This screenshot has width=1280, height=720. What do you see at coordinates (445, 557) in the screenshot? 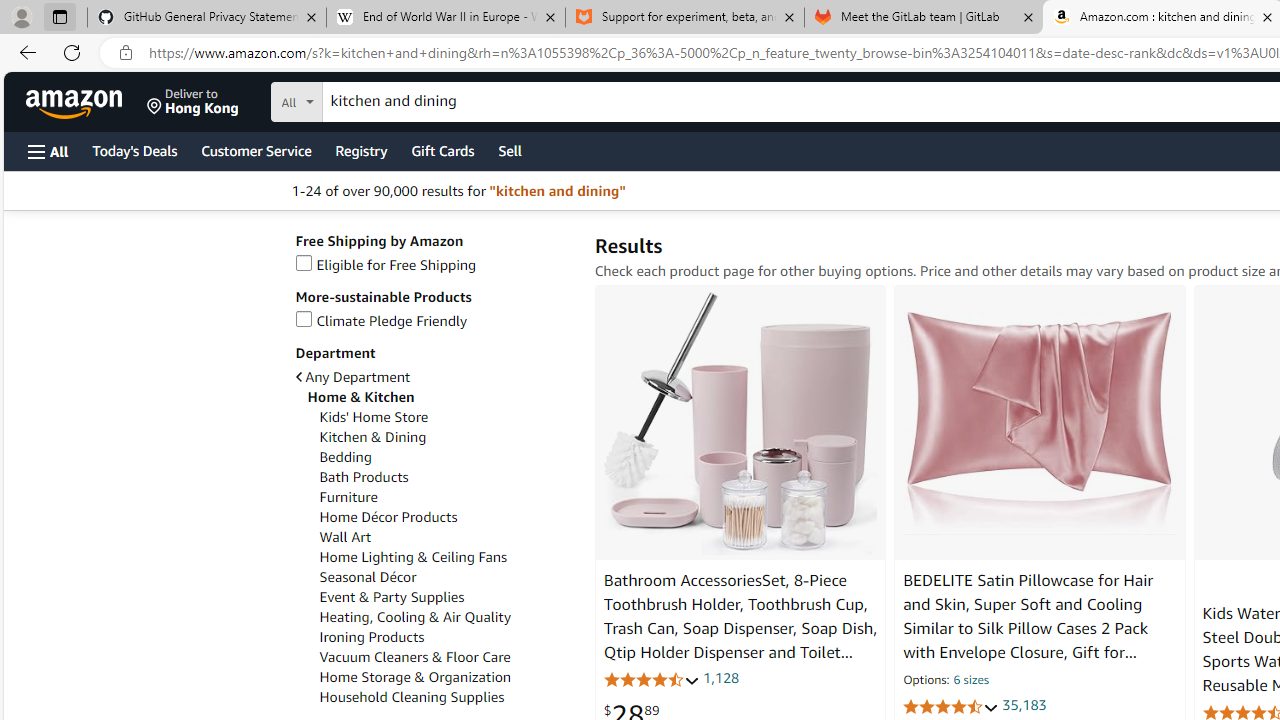
I see `'Home Lighting & Ceiling Fans'` at bounding box center [445, 557].